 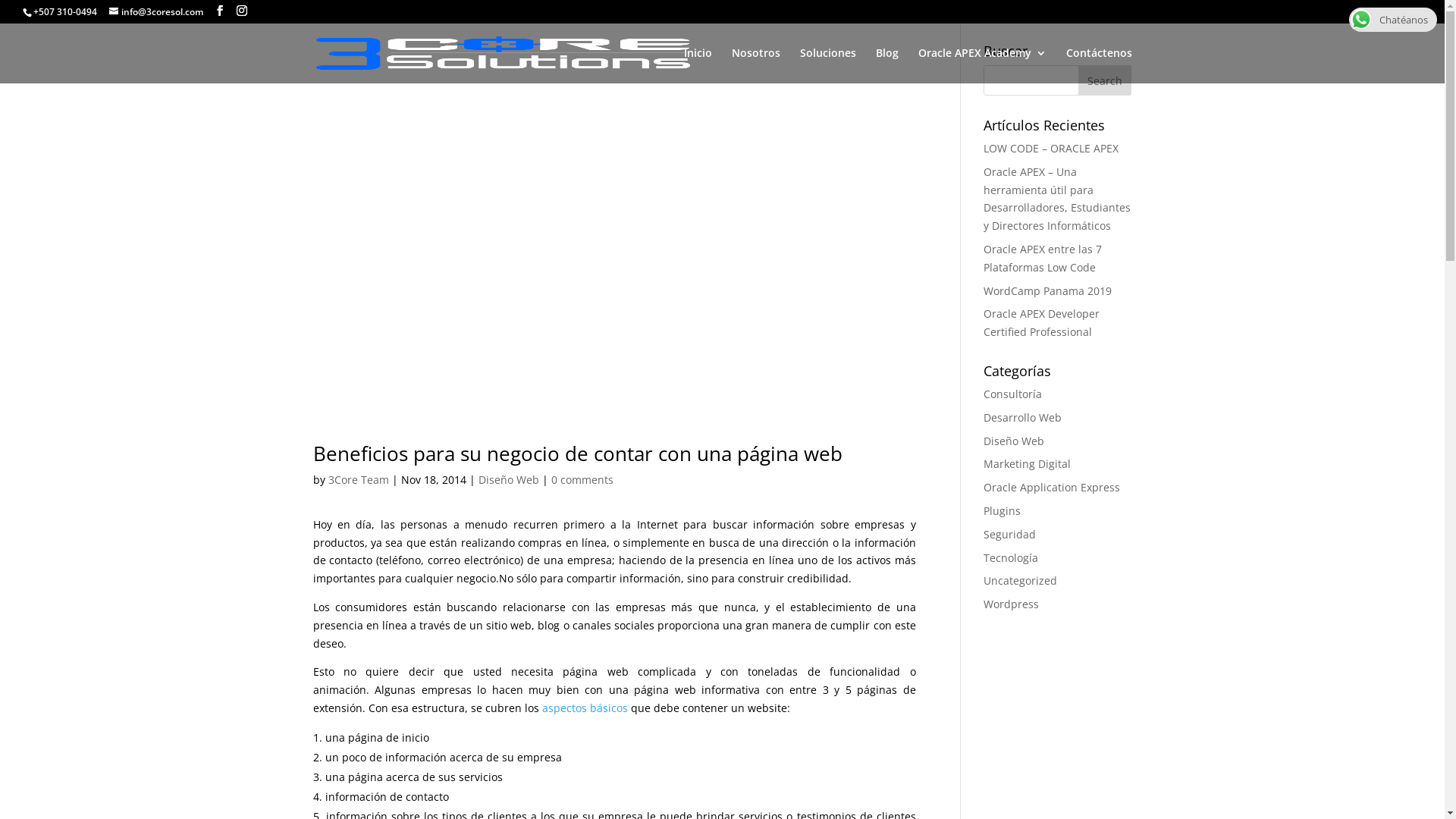 What do you see at coordinates (1046, 290) in the screenshot?
I see `'WordCamp Panama 2019'` at bounding box center [1046, 290].